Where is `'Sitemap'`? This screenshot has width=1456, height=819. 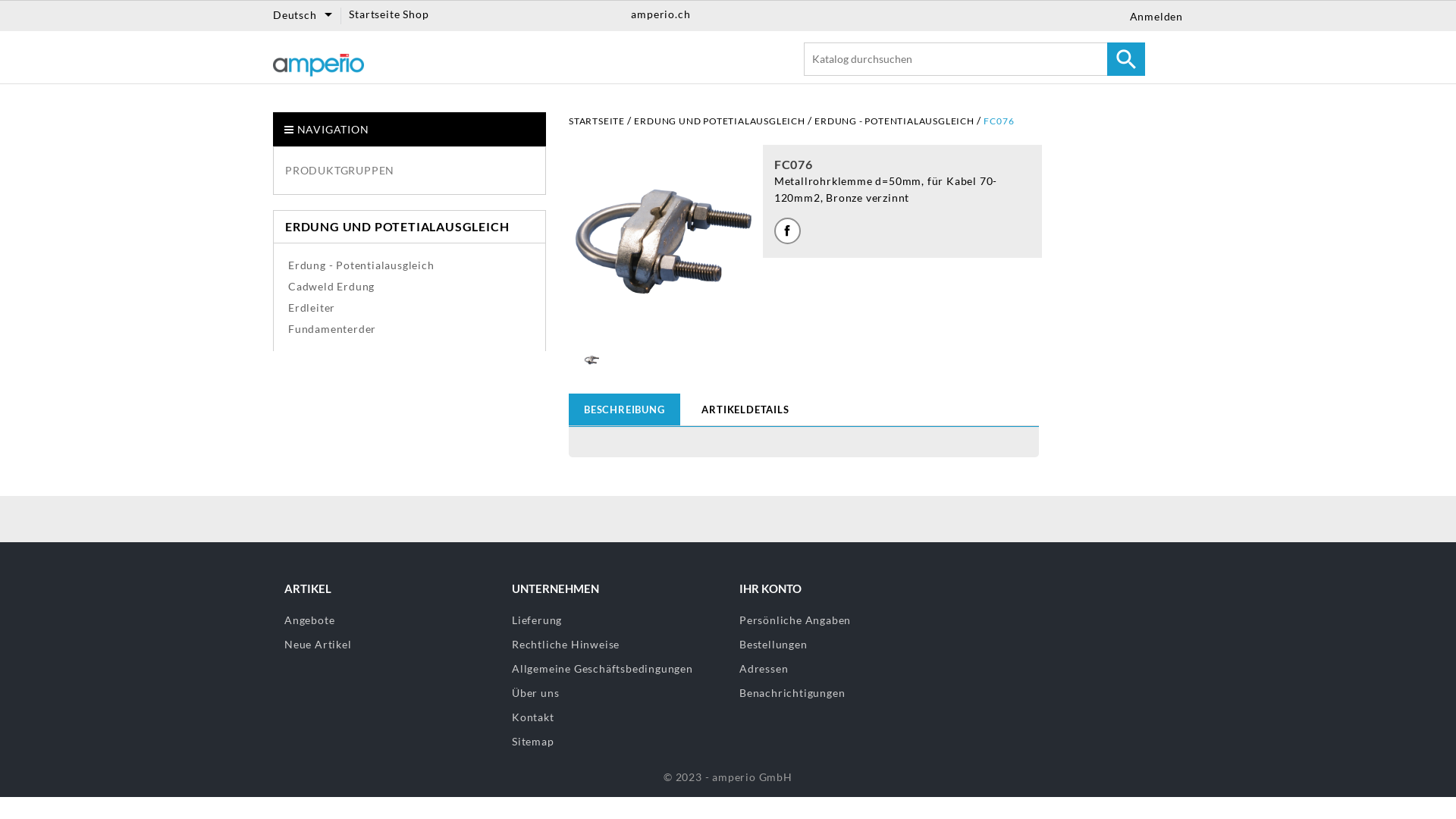 'Sitemap' is located at coordinates (512, 741).